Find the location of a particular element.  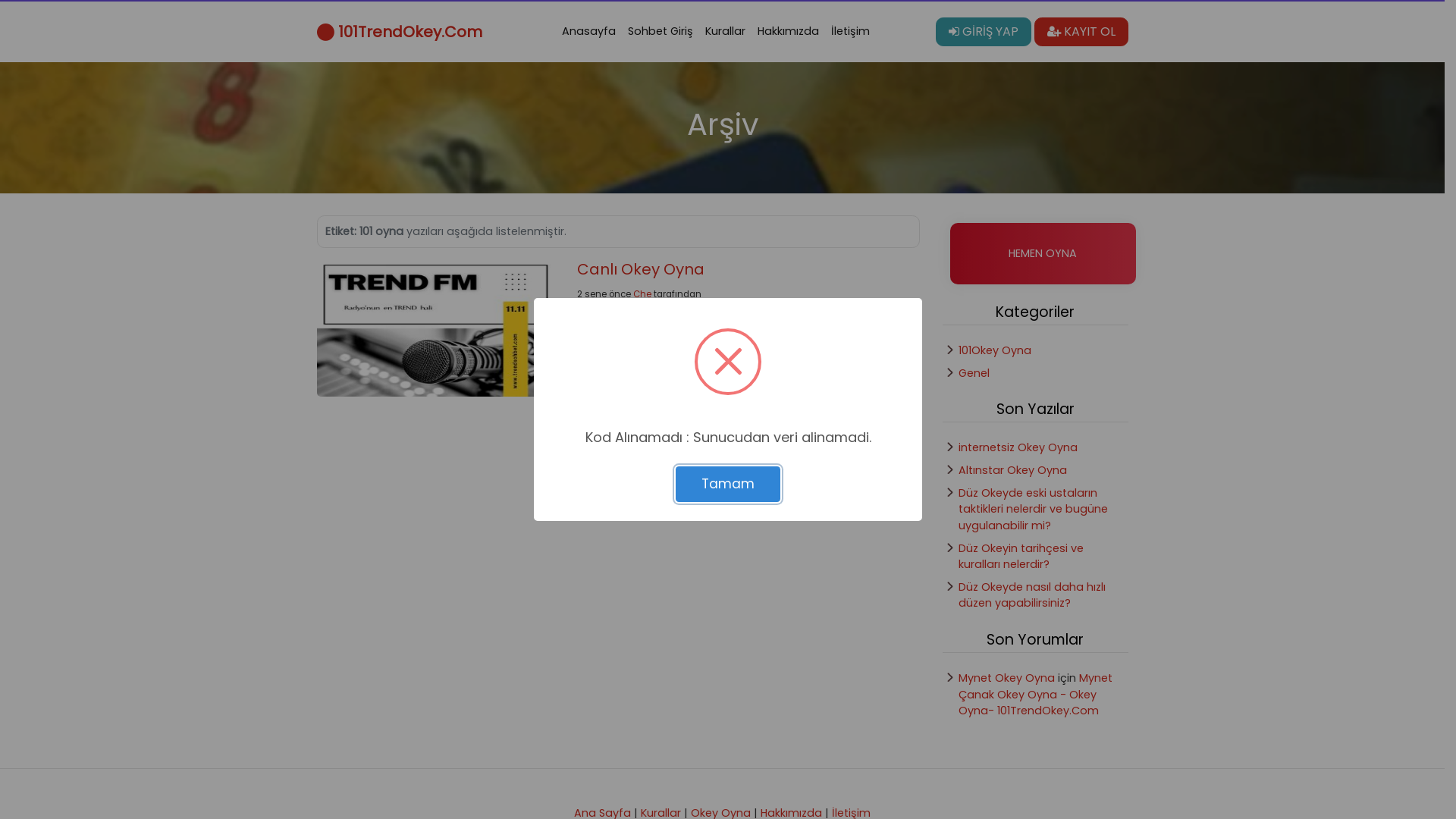

'Che' is located at coordinates (633, 294).